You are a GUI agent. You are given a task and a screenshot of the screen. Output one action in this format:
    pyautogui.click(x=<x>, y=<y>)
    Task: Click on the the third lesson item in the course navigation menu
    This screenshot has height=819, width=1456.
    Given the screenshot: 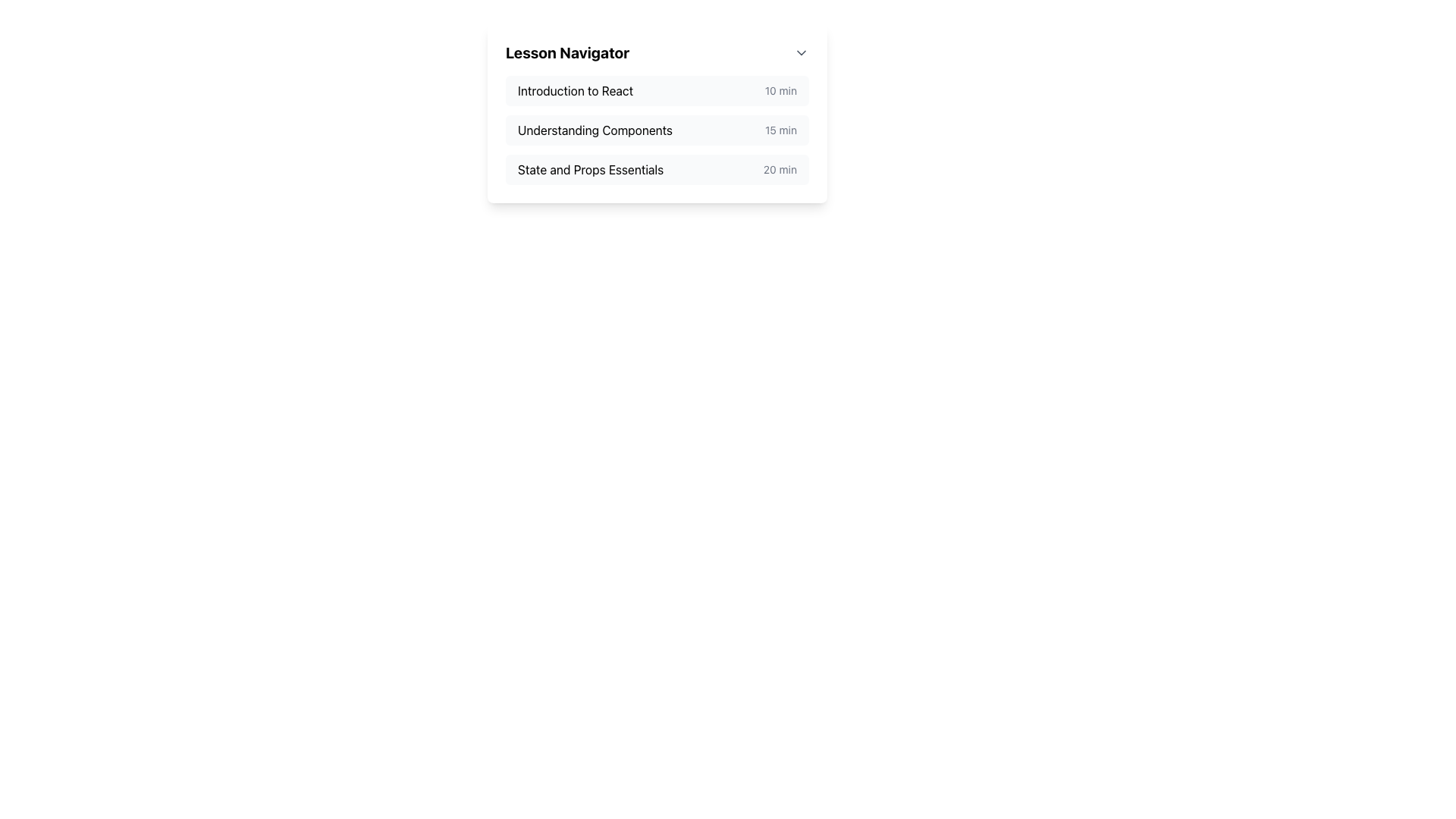 What is the action you would take?
    pyautogui.click(x=657, y=169)
    